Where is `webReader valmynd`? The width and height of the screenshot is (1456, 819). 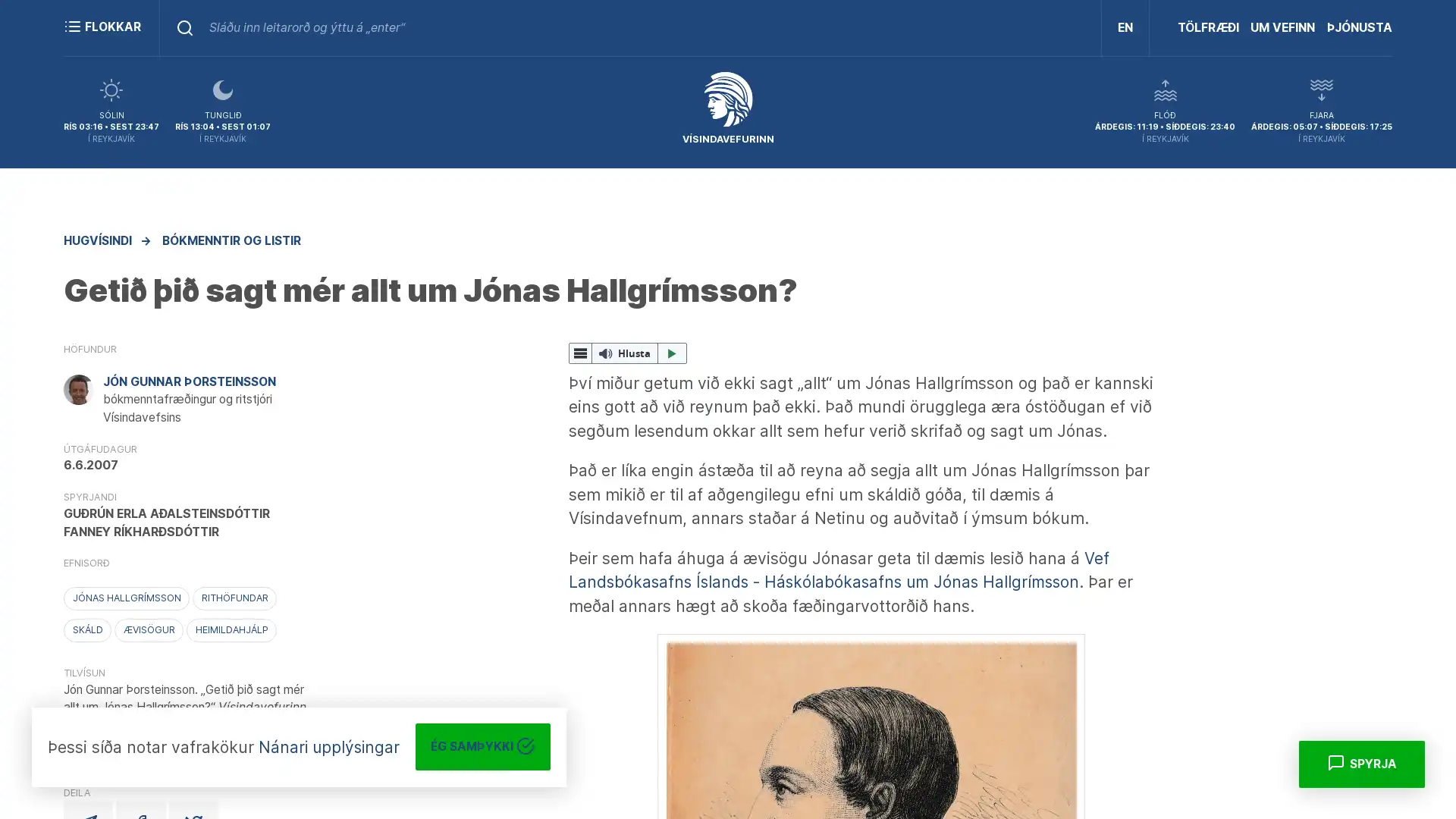
webReader valmynd is located at coordinates (580, 353).